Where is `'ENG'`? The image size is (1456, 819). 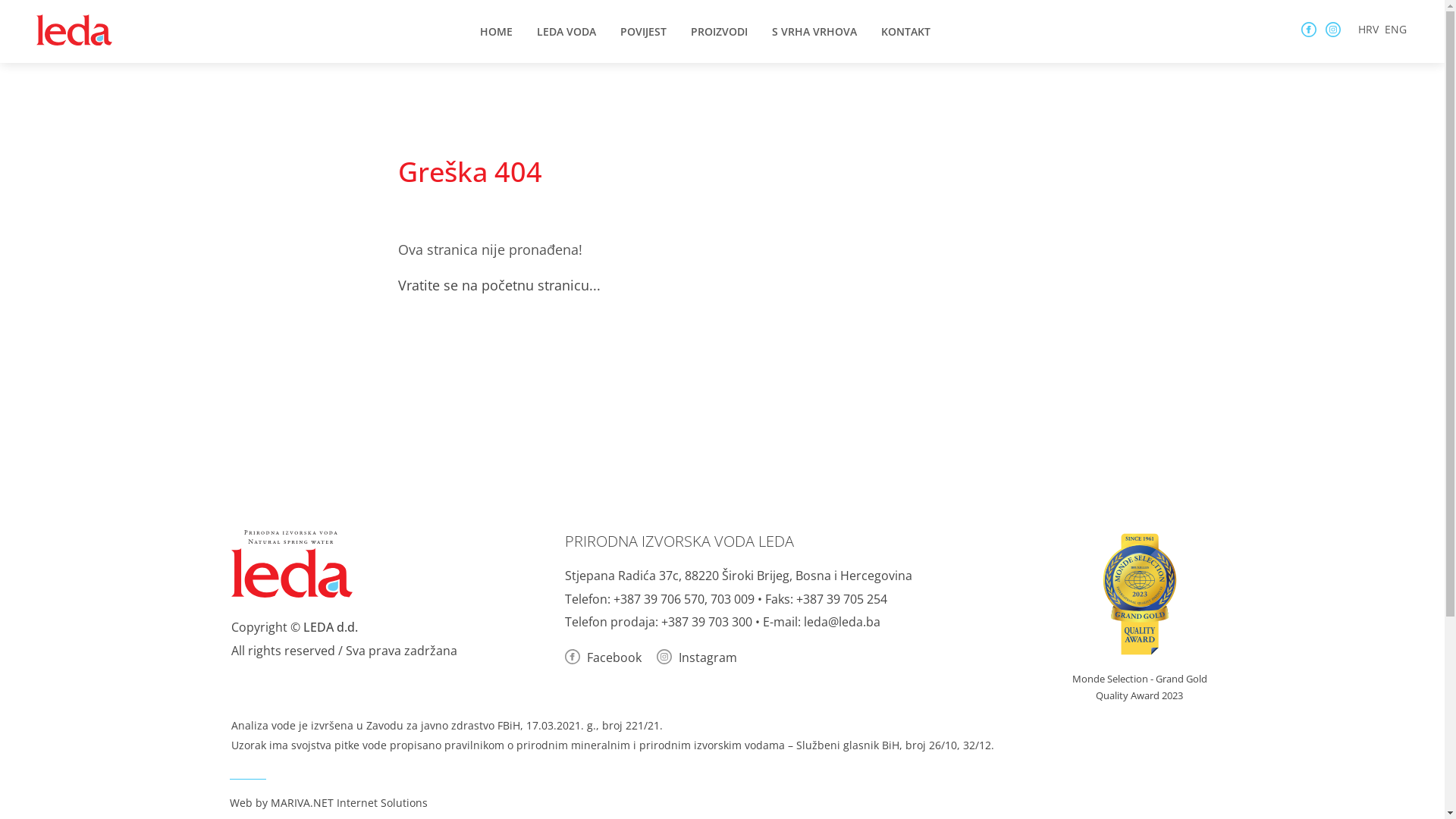 'ENG' is located at coordinates (1395, 29).